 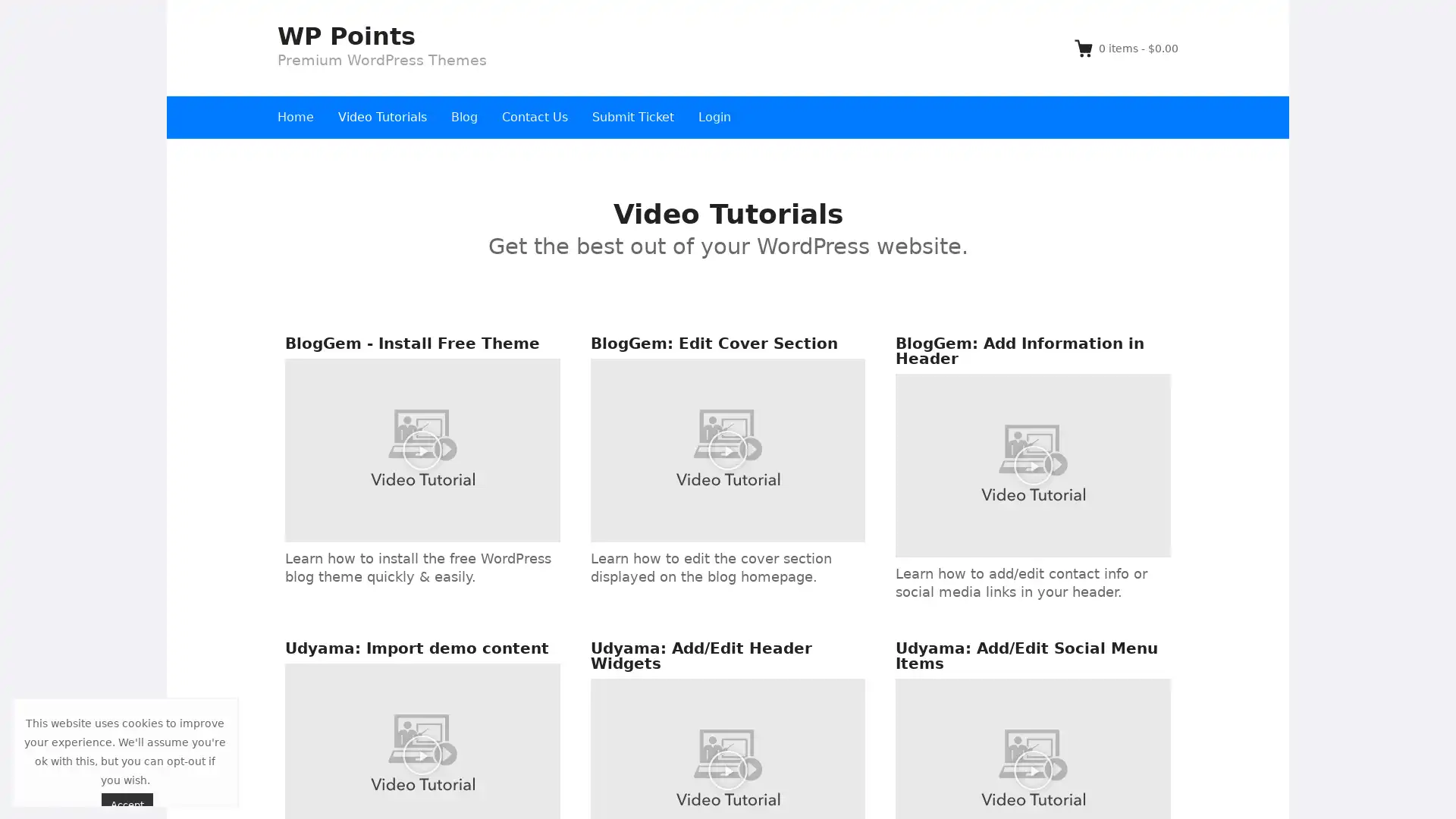 What do you see at coordinates (1032, 464) in the screenshot?
I see `Play Video` at bounding box center [1032, 464].